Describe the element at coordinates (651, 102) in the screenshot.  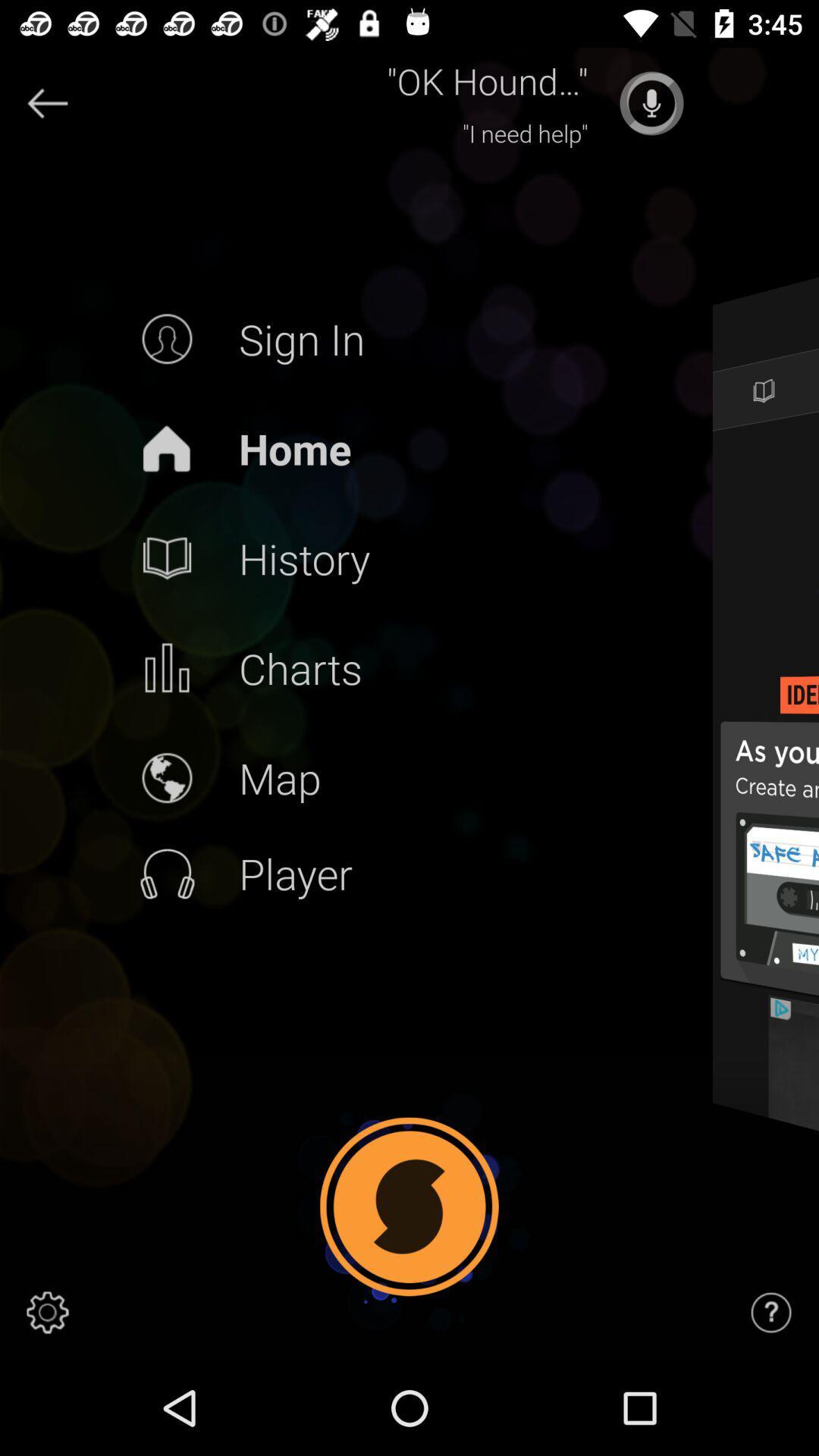
I see `the microphone icon` at that location.